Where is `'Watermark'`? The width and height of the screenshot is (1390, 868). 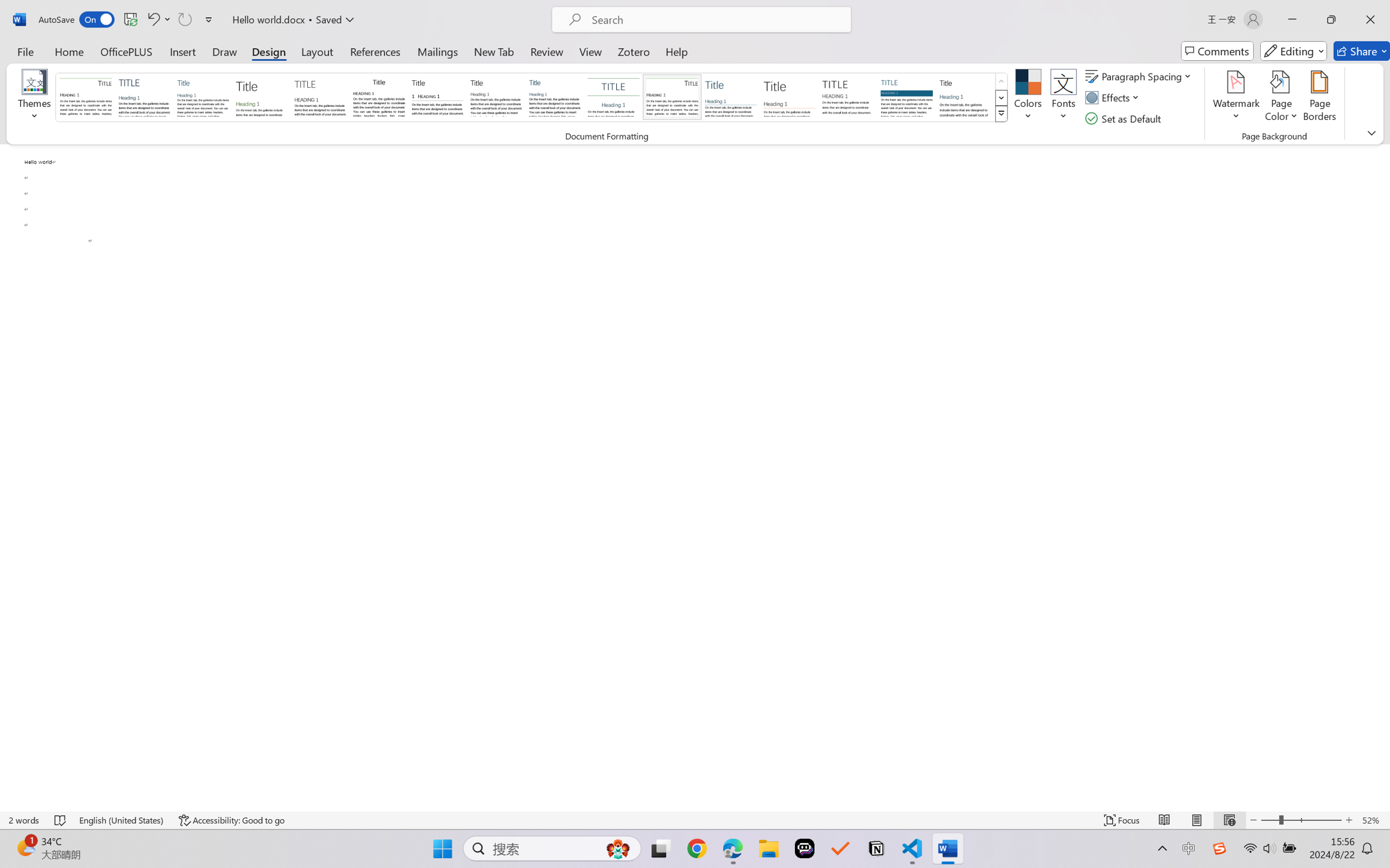
'Watermark' is located at coordinates (1236, 98).